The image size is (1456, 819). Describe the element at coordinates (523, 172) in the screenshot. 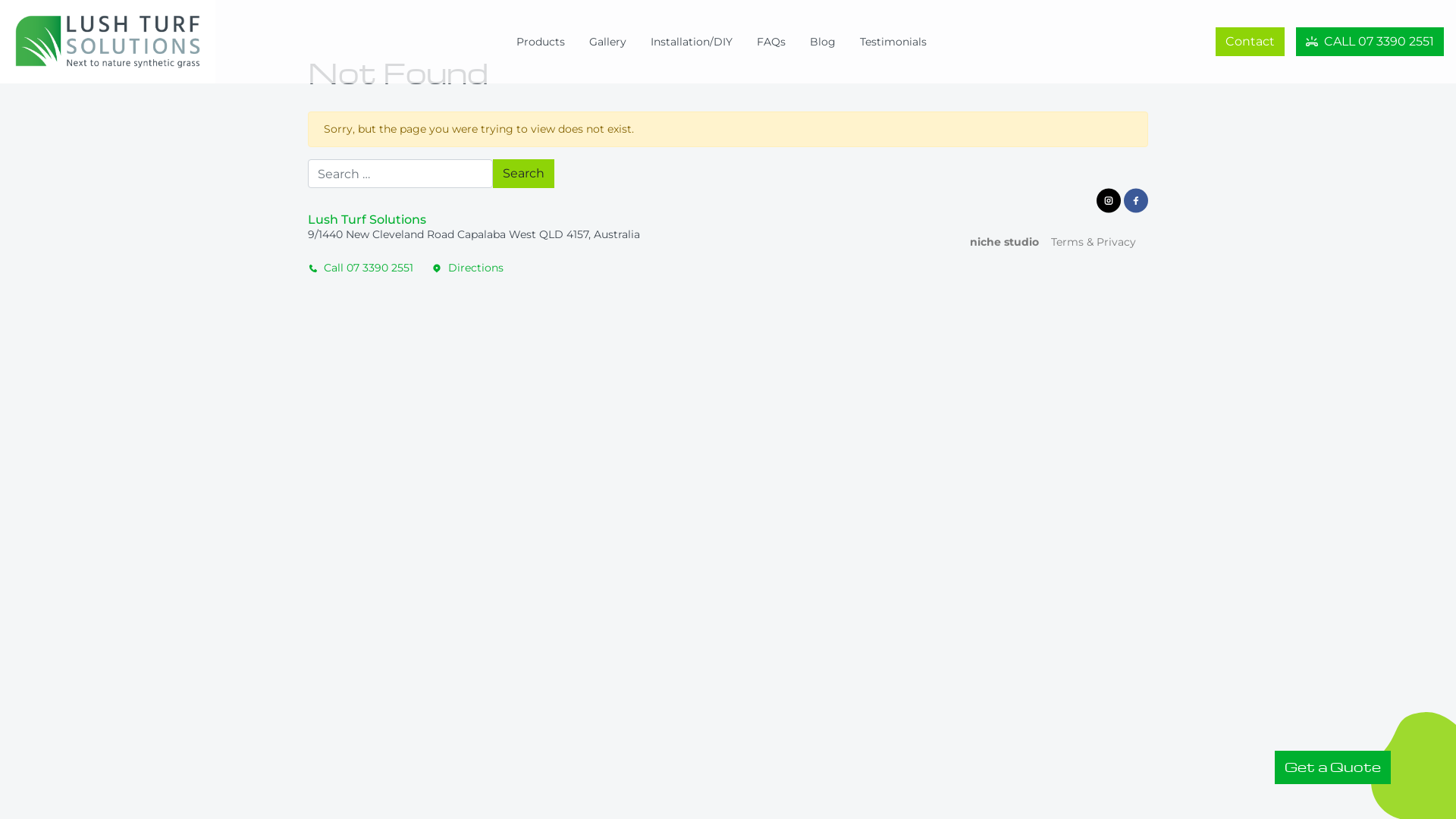

I see `'Search'` at that location.